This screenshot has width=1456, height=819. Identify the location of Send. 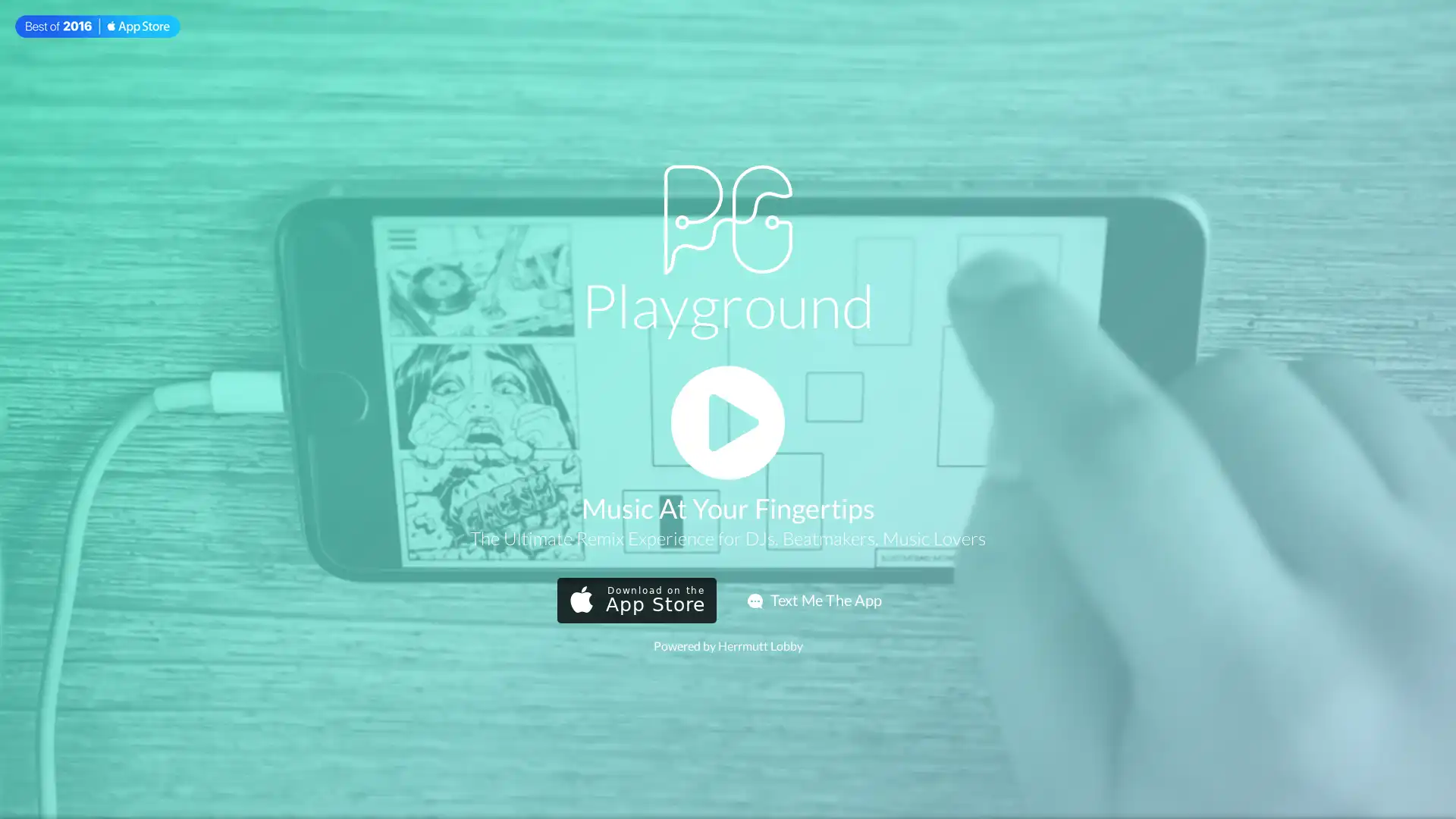
(760, 629).